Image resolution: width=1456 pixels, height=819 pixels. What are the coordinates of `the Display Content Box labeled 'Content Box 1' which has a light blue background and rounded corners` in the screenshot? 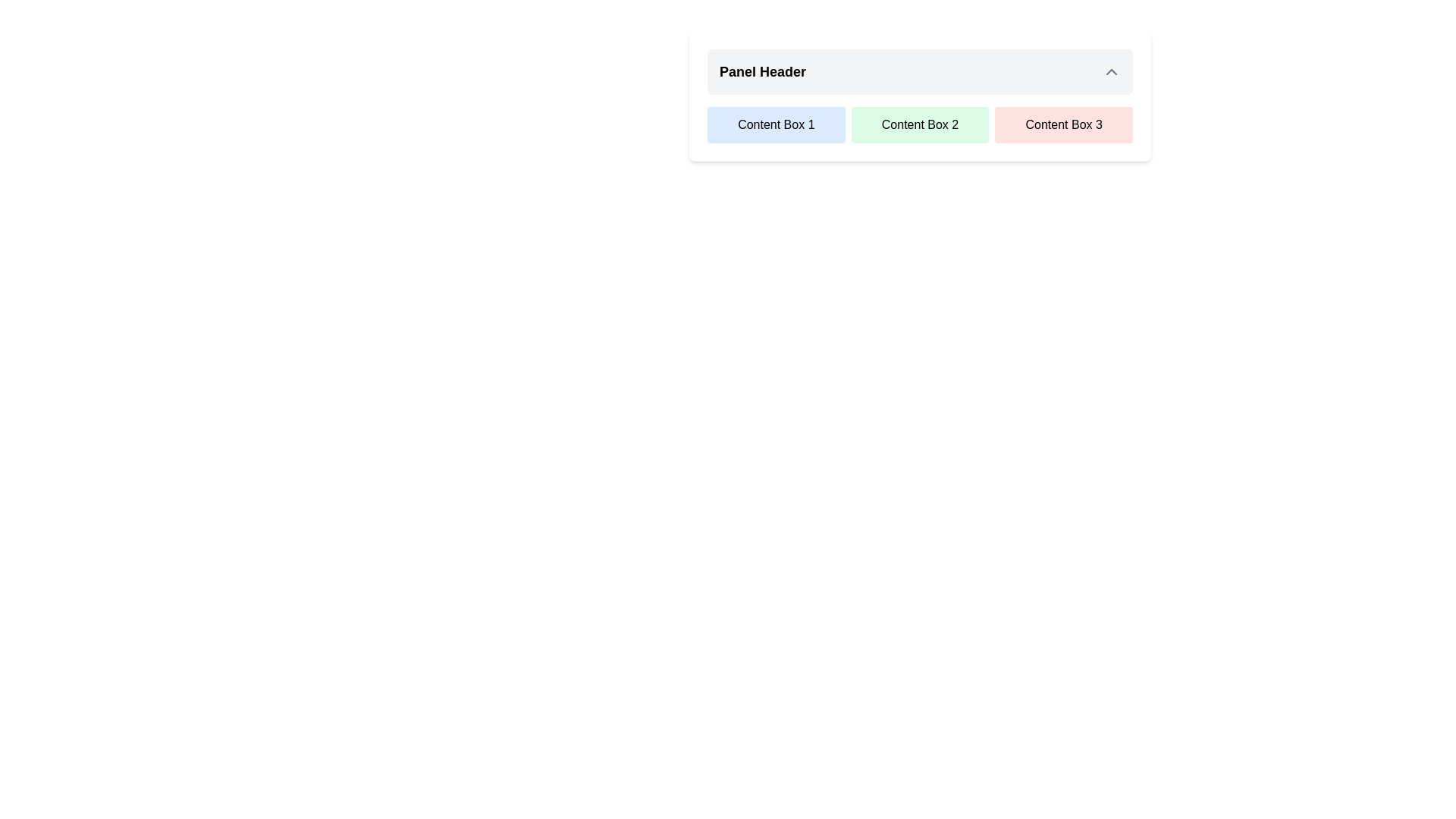 It's located at (776, 124).